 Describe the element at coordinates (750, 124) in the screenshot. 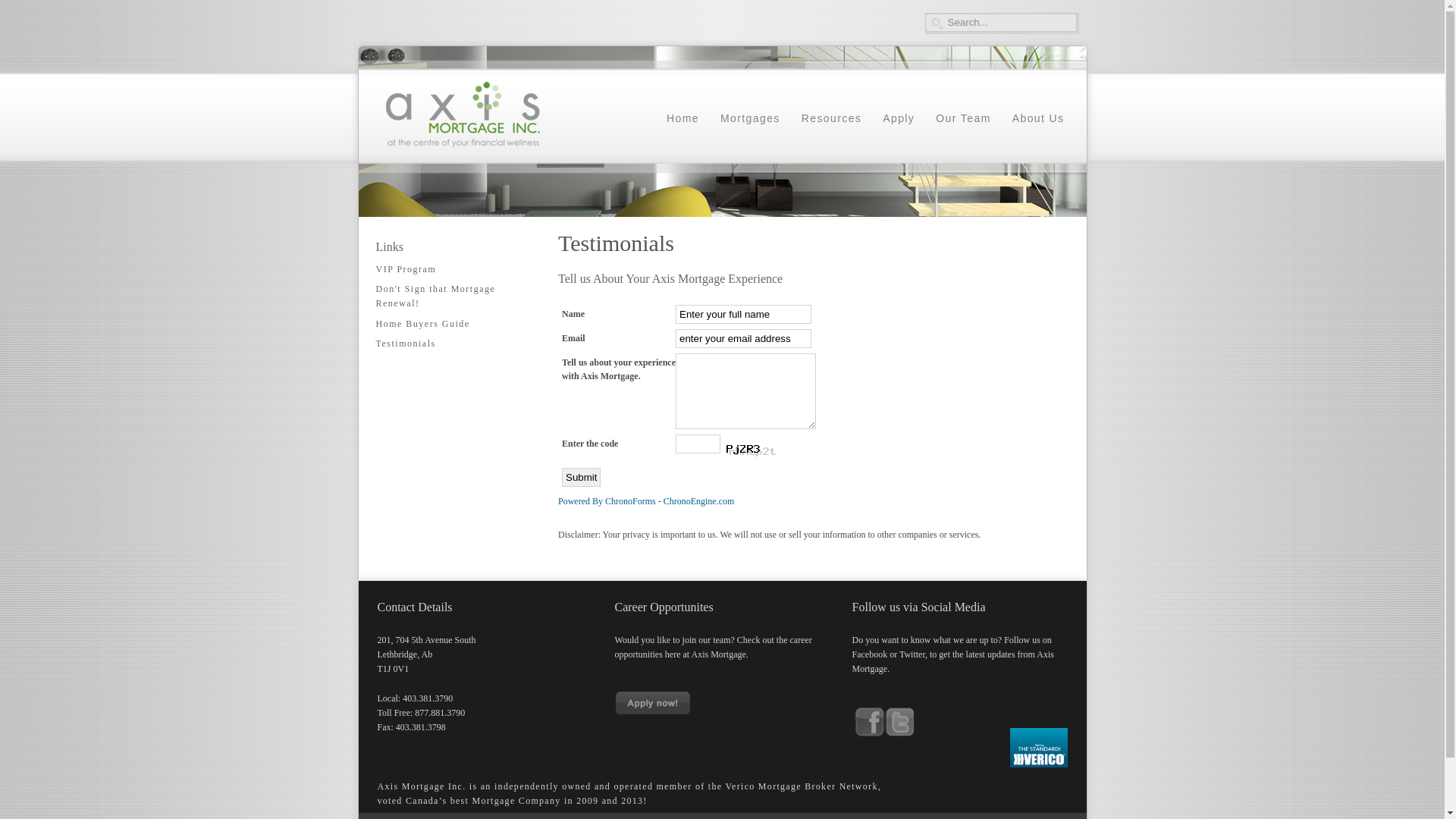

I see `'Mortgages'` at that location.